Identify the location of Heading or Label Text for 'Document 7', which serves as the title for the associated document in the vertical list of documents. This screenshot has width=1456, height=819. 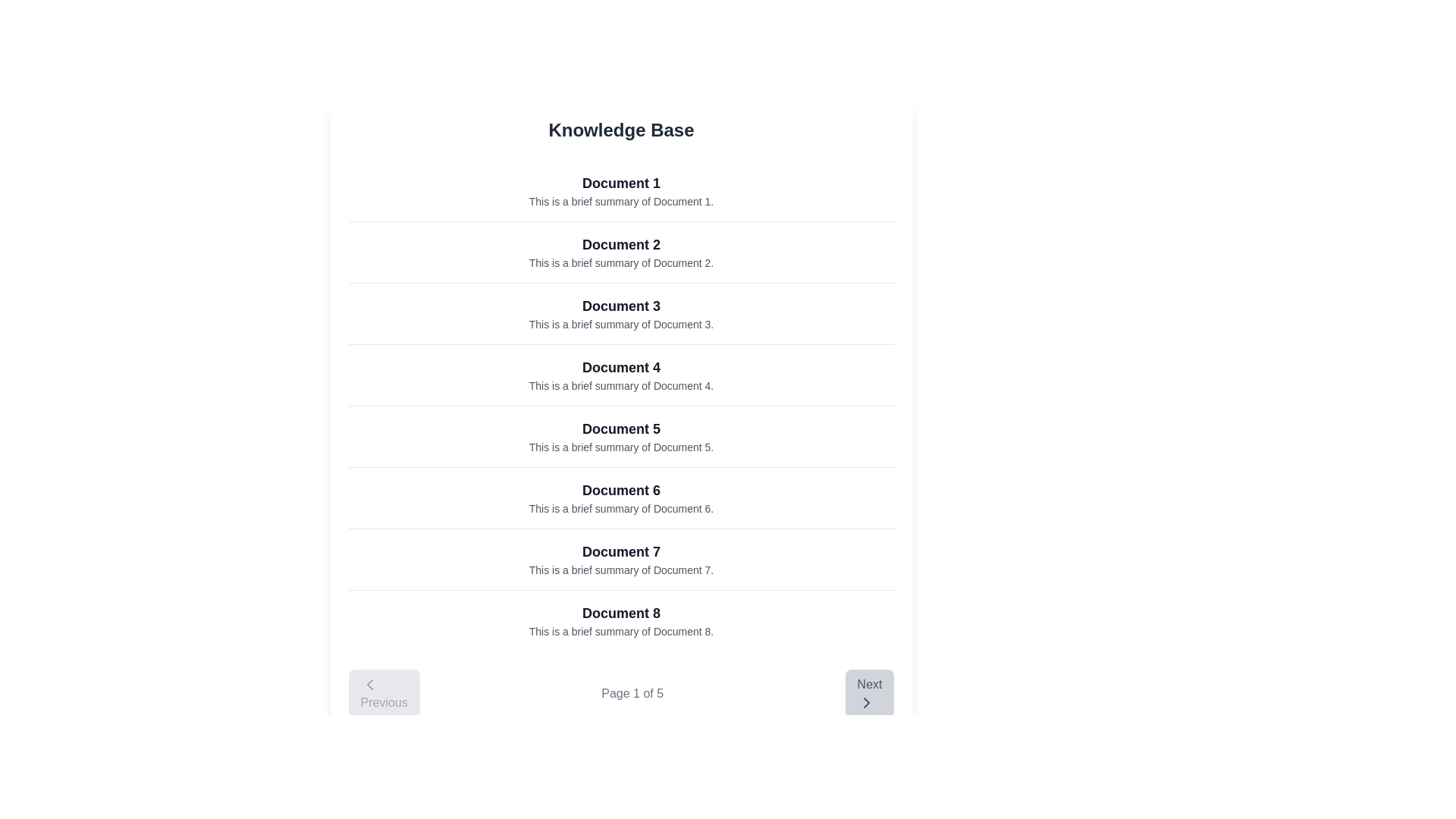
(621, 552).